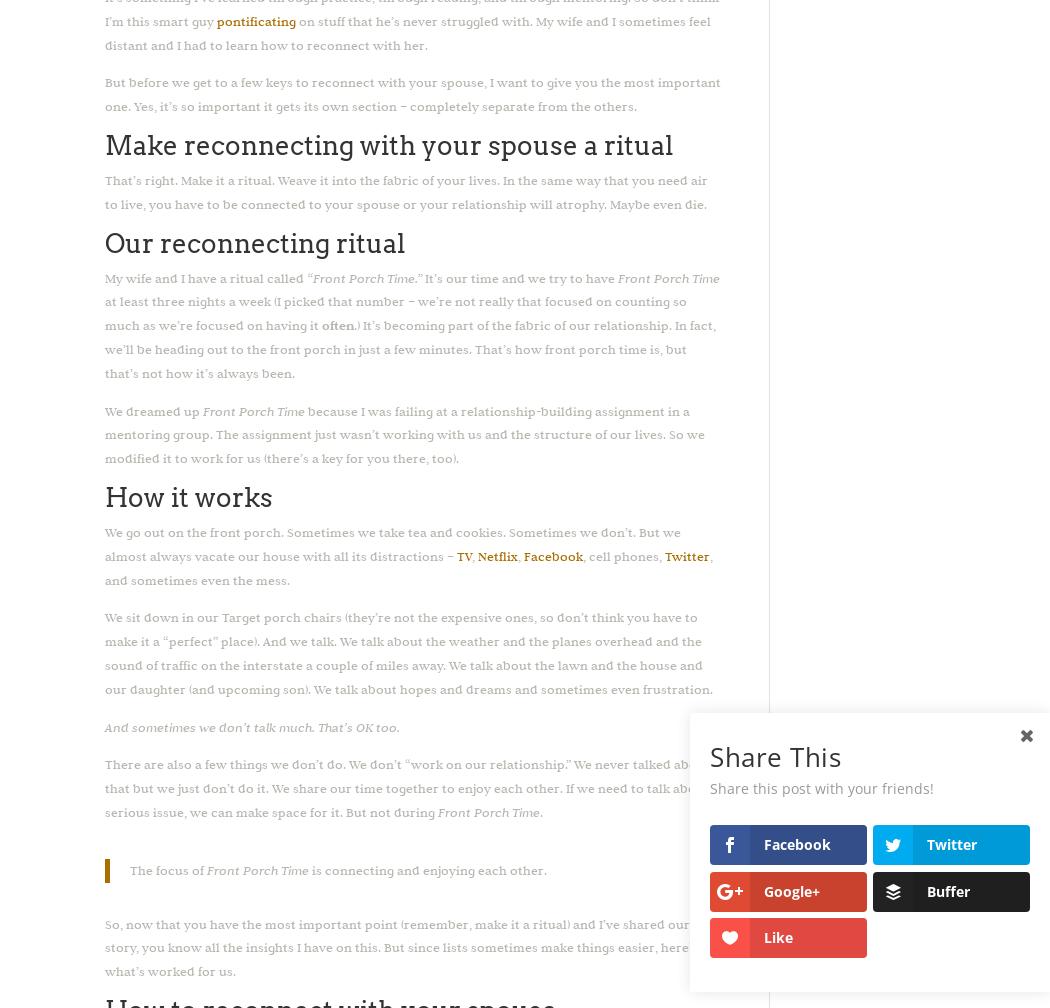 The image size is (1050, 1008). What do you see at coordinates (401, 947) in the screenshot?
I see `'So, now that you have the most important point (remember, make it a ritual) and I’ve shared our story, you know all the insights I have on this. But since lists sometimes make things easier, here’s what’s worked for us.'` at bounding box center [401, 947].